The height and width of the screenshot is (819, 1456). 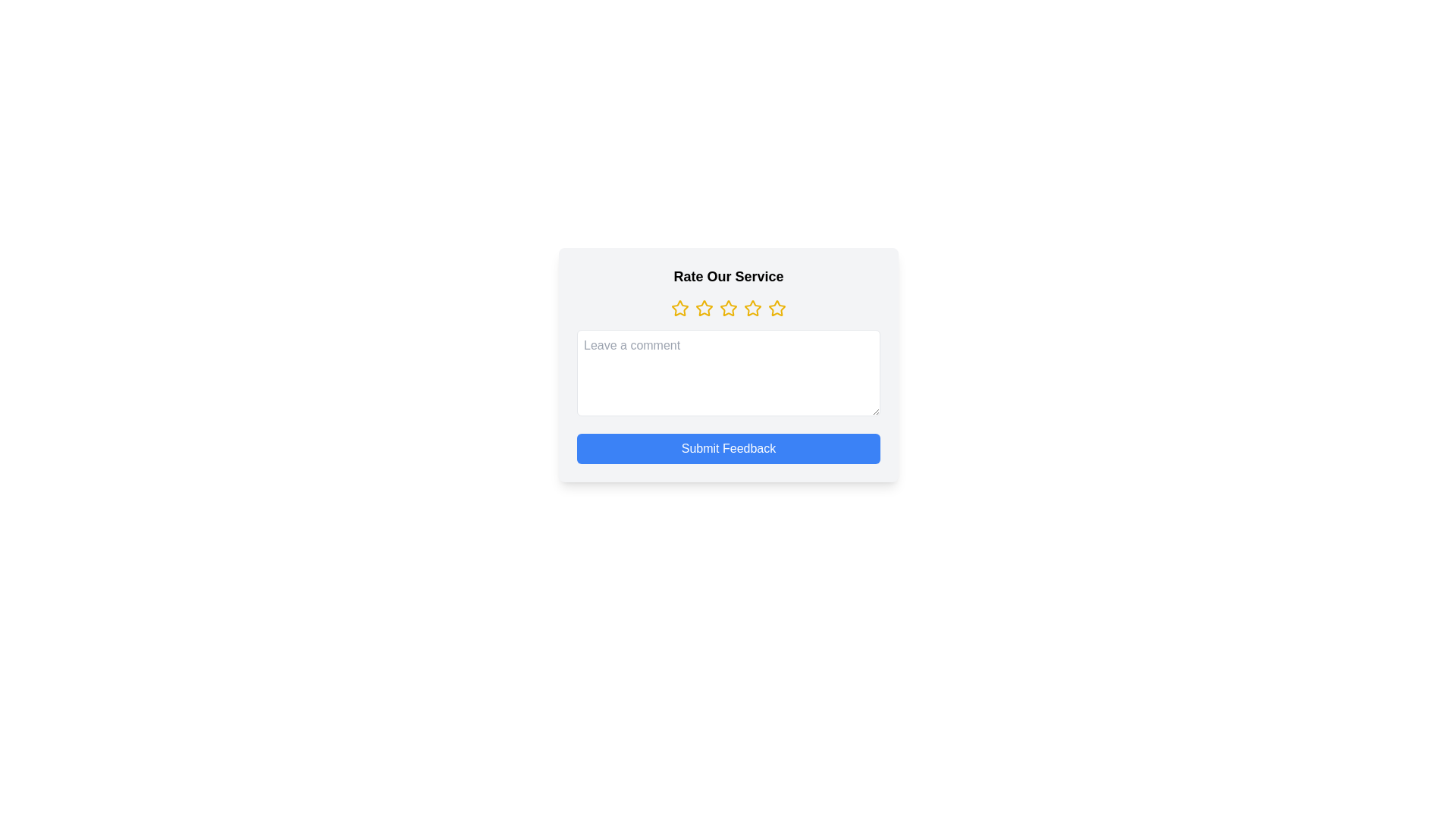 What do you see at coordinates (704, 308) in the screenshot?
I see `the third yellow star-shaped icon in the rating component below 'Rate Our Service'` at bounding box center [704, 308].